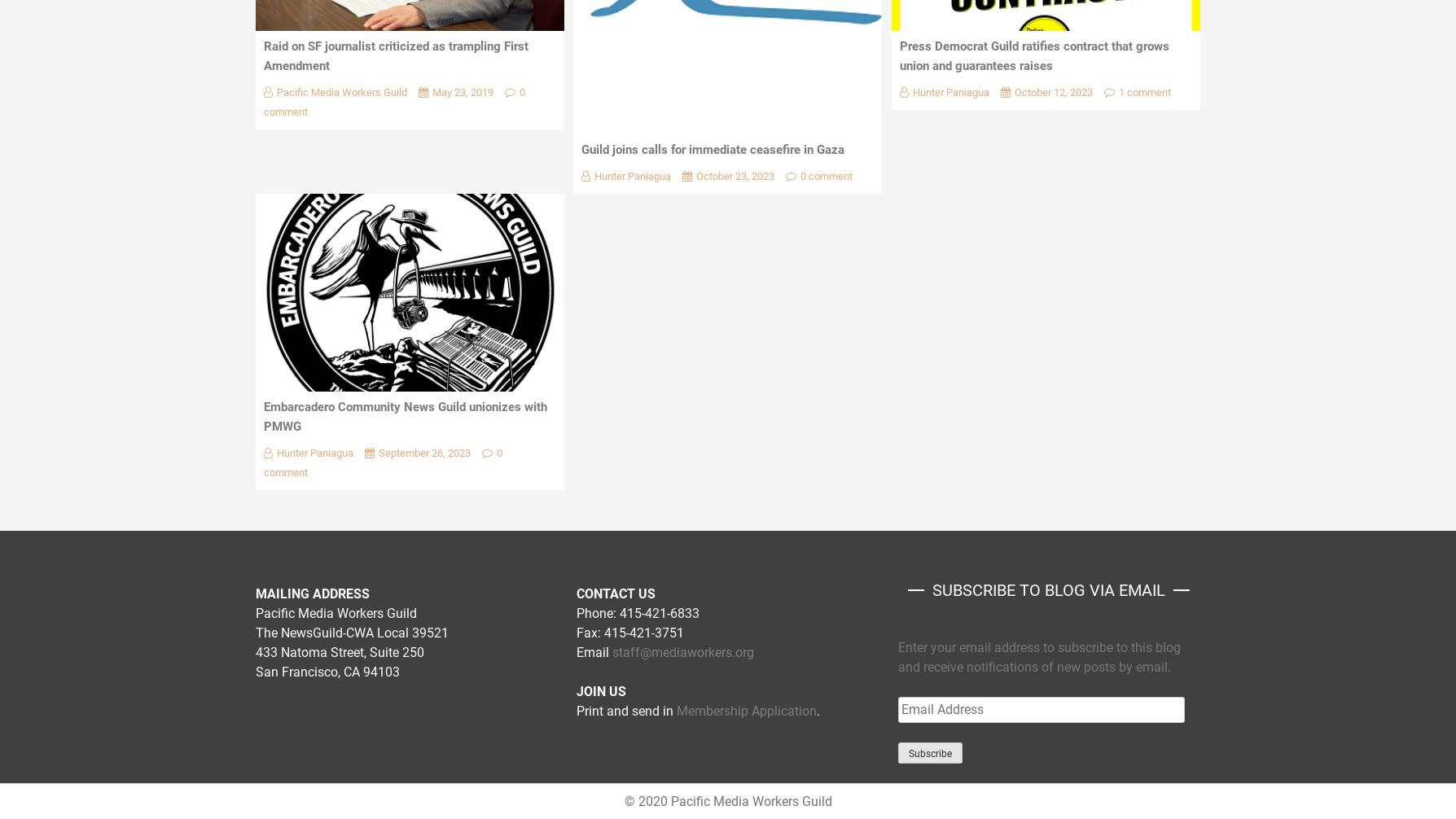  Describe the element at coordinates (726, 800) in the screenshot. I see `'© 2020 Pacific Media Workers Guild'` at that location.